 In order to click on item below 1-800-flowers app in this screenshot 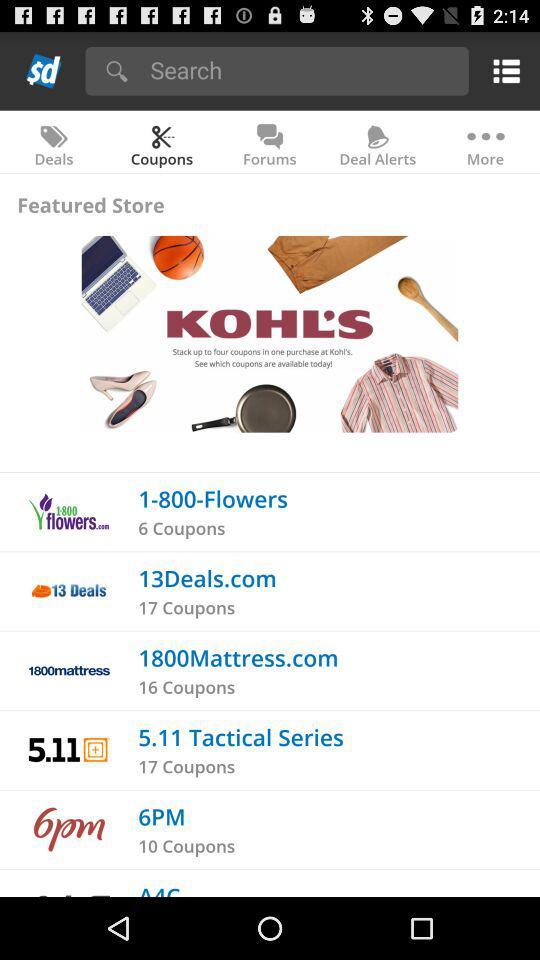, I will do `click(181, 527)`.